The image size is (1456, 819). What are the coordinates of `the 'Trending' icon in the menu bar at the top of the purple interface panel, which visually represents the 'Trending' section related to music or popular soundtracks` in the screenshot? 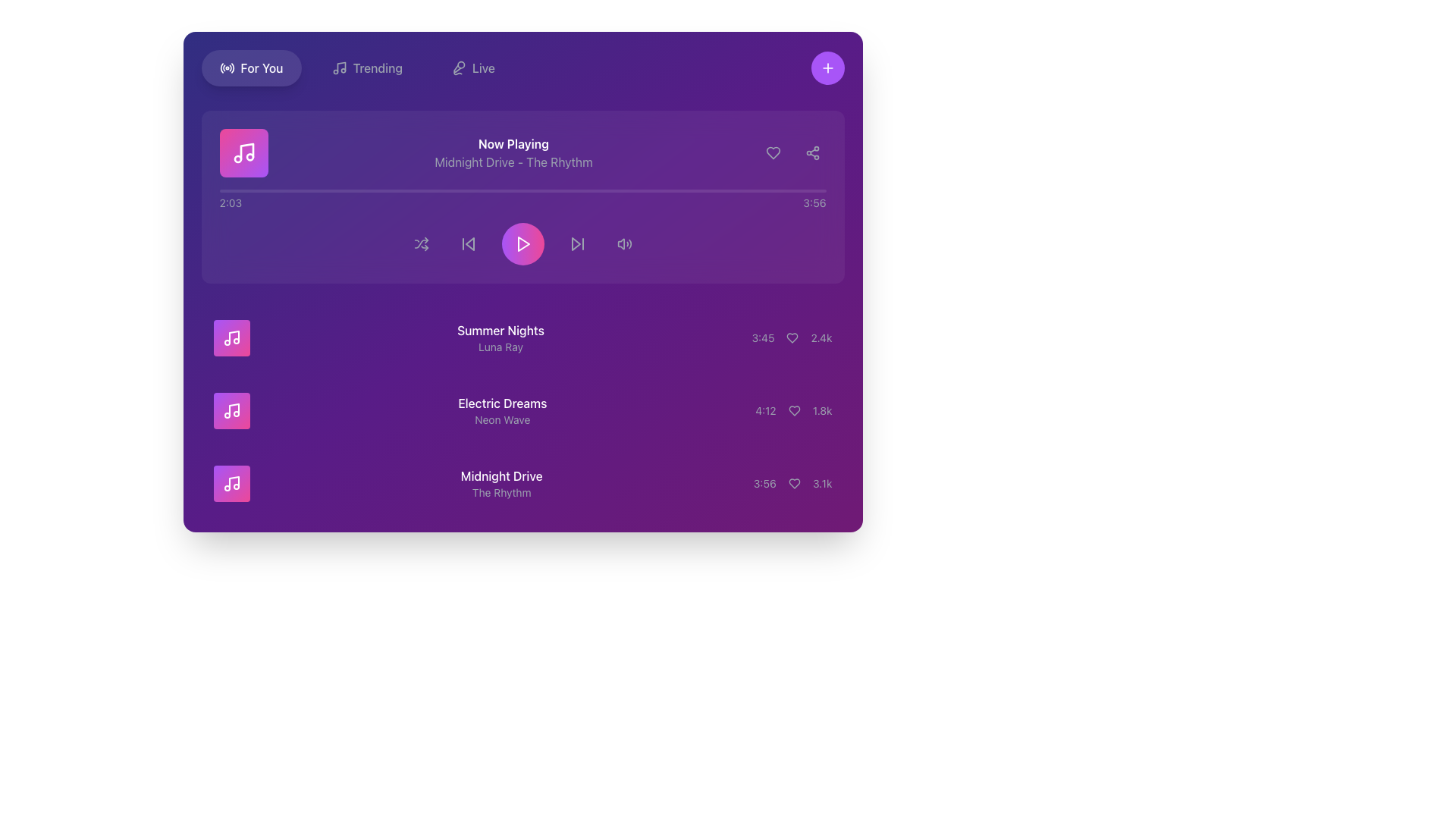 It's located at (338, 67).